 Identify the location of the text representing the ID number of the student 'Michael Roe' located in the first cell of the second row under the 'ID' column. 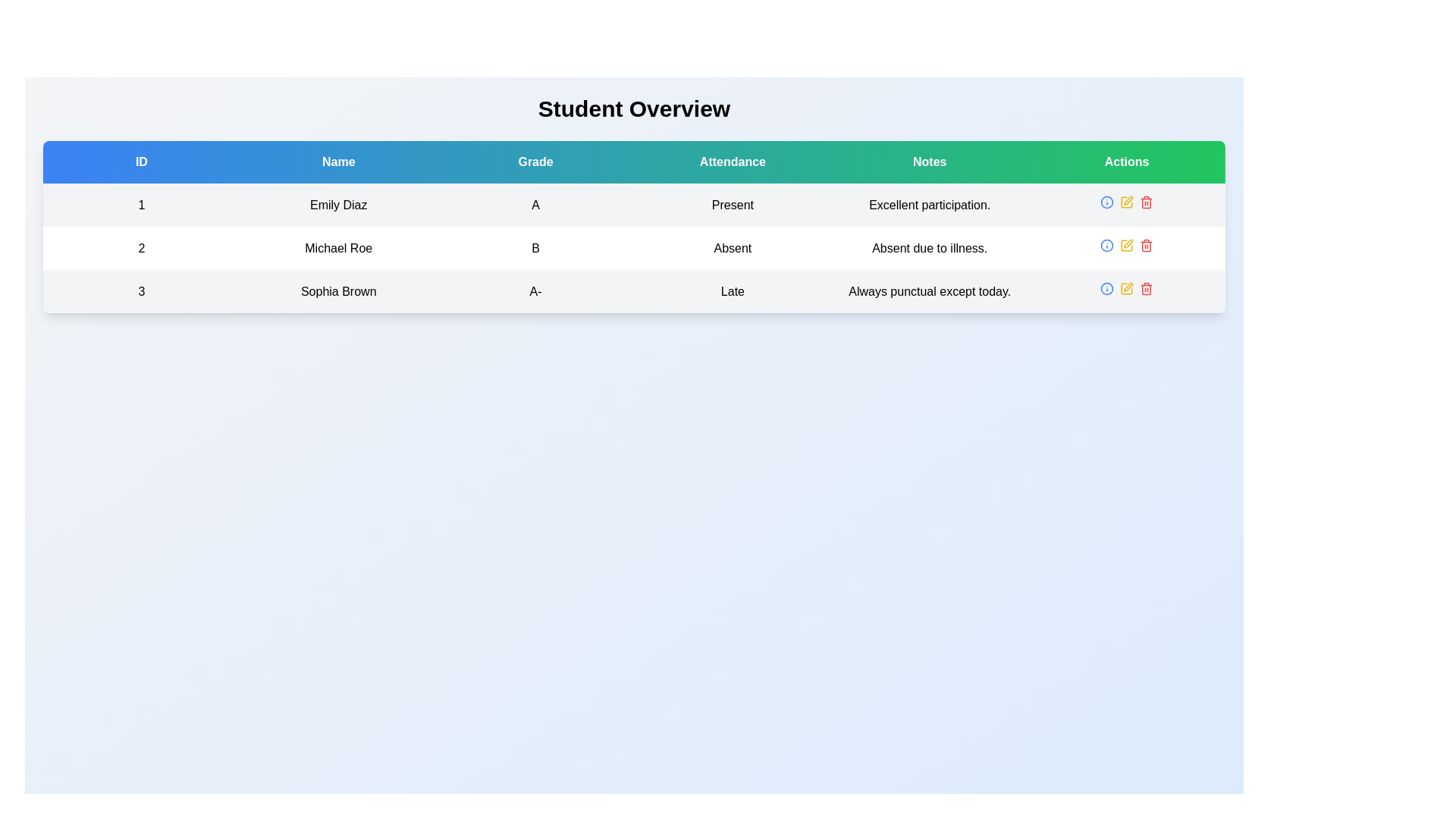
(141, 247).